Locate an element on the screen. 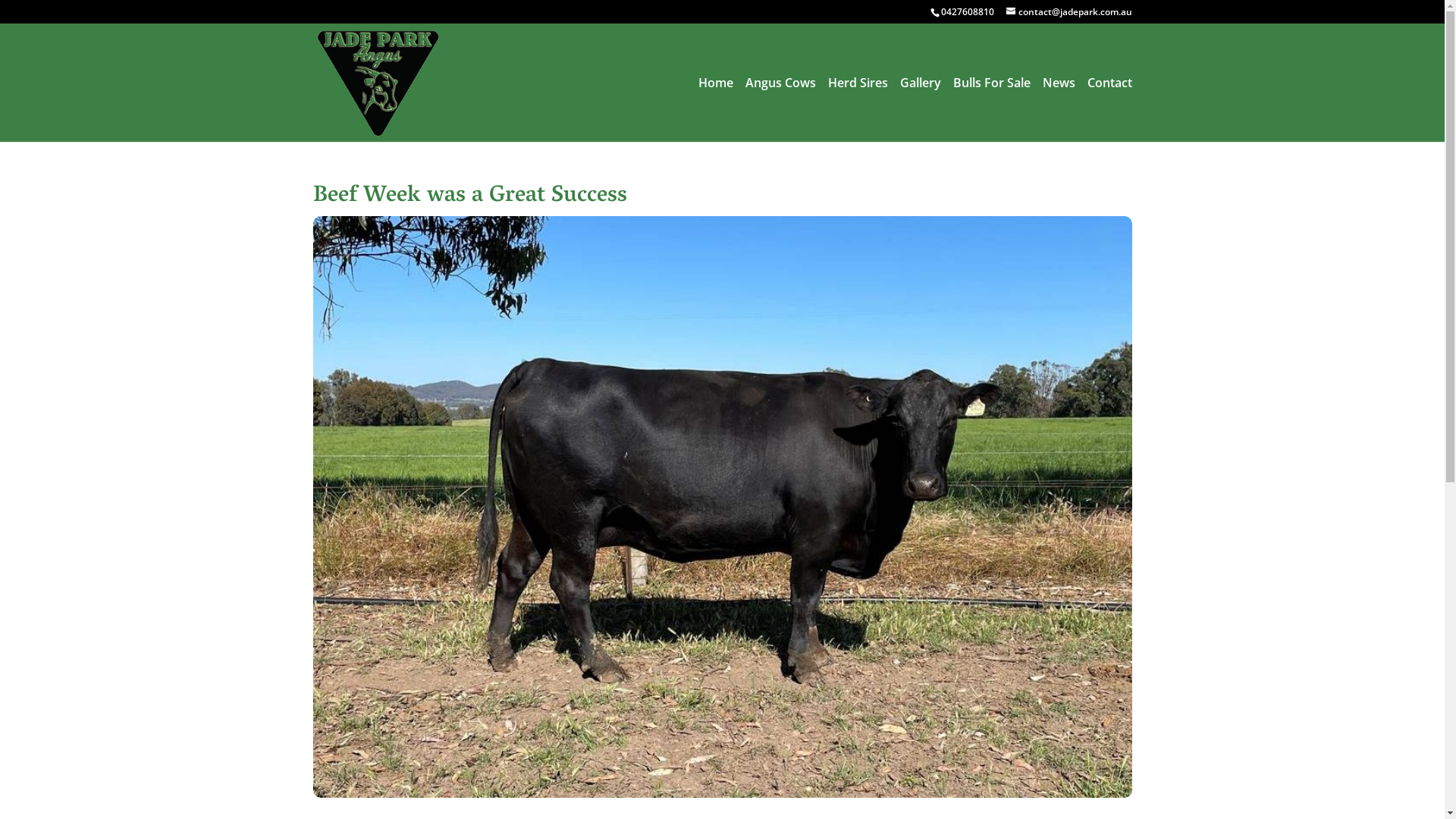 This screenshot has width=1456, height=819. 'Contact' is located at coordinates (1087, 108).